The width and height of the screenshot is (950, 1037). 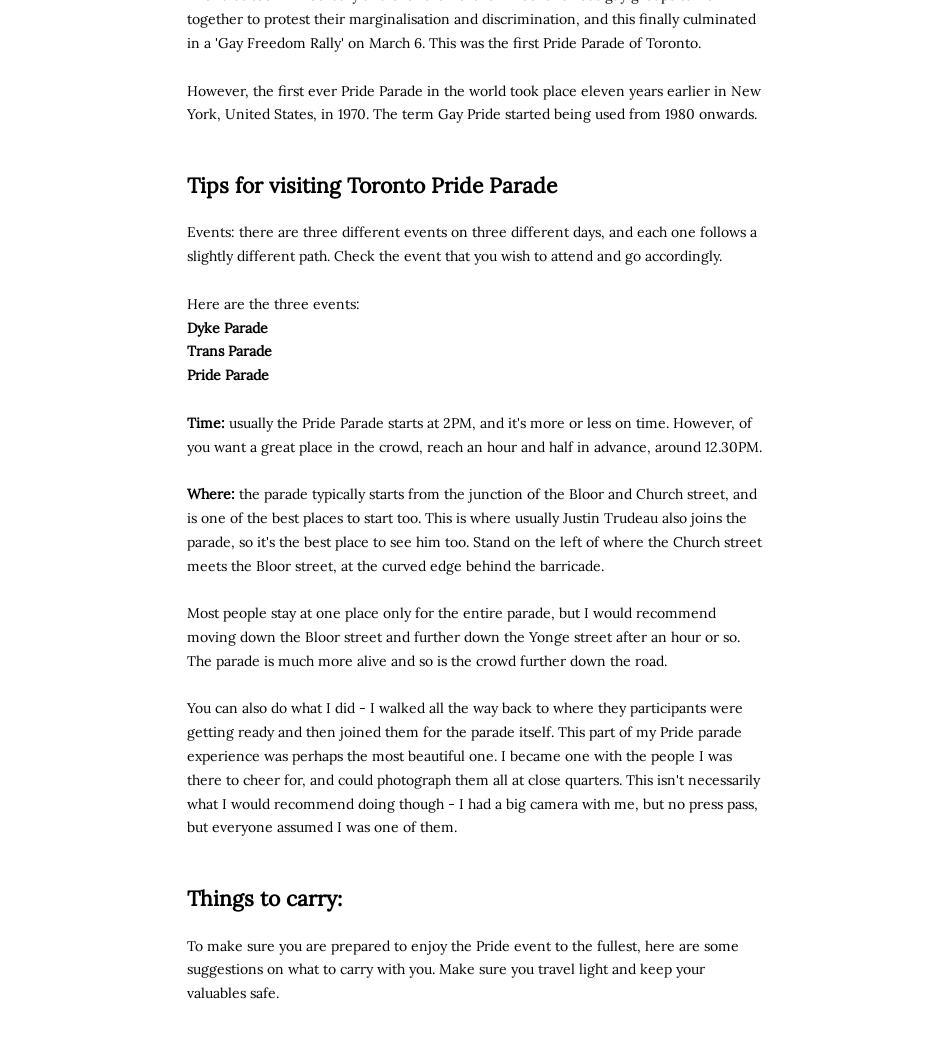 What do you see at coordinates (186, 636) in the screenshot?
I see `'Most people stay at one place only for the entire parade, but I would recommend moving down the Bloor street and further down the Yonge street after an hour or so. The parade is much more alive and so is the crowd further down the road.'` at bounding box center [186, 636].